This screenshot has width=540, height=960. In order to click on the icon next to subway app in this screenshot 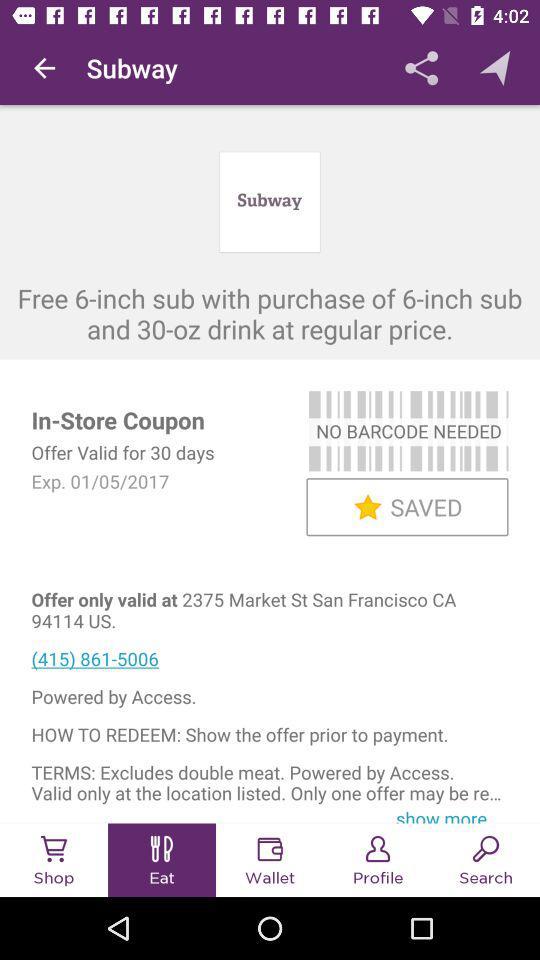, I will do `click(44, 68)`.